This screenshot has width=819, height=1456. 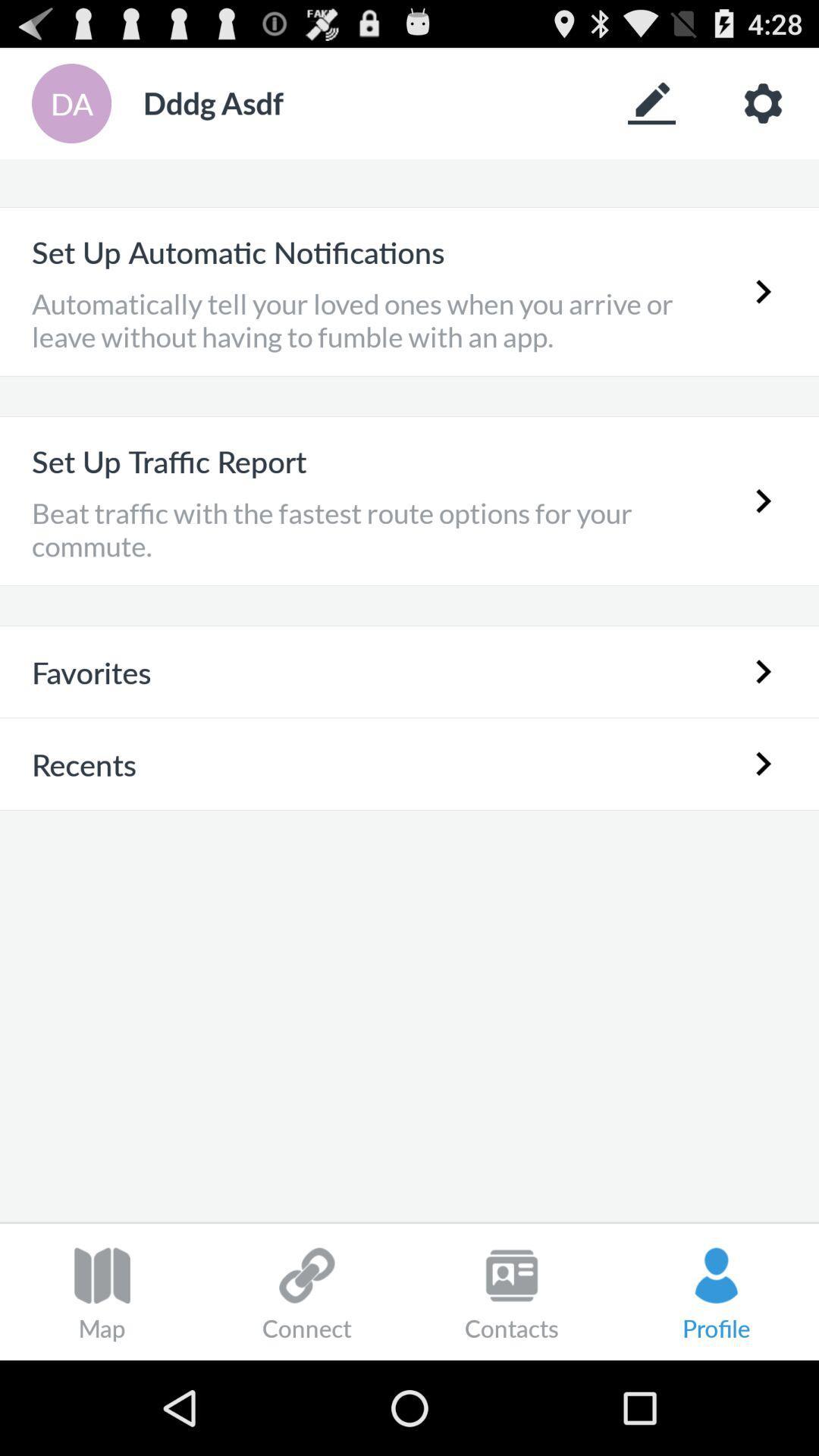 I want to click on review settings, so click(x=763, y=102).